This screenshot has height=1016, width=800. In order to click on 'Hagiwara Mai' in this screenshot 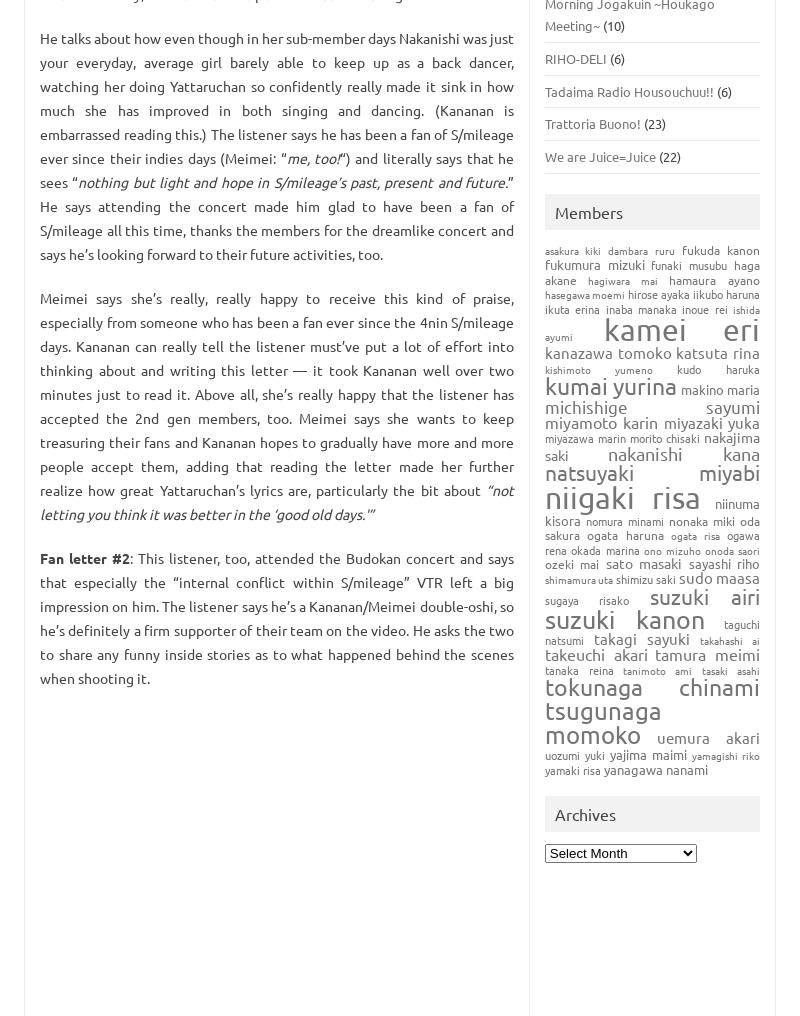, I will do `click(587, 278)`.